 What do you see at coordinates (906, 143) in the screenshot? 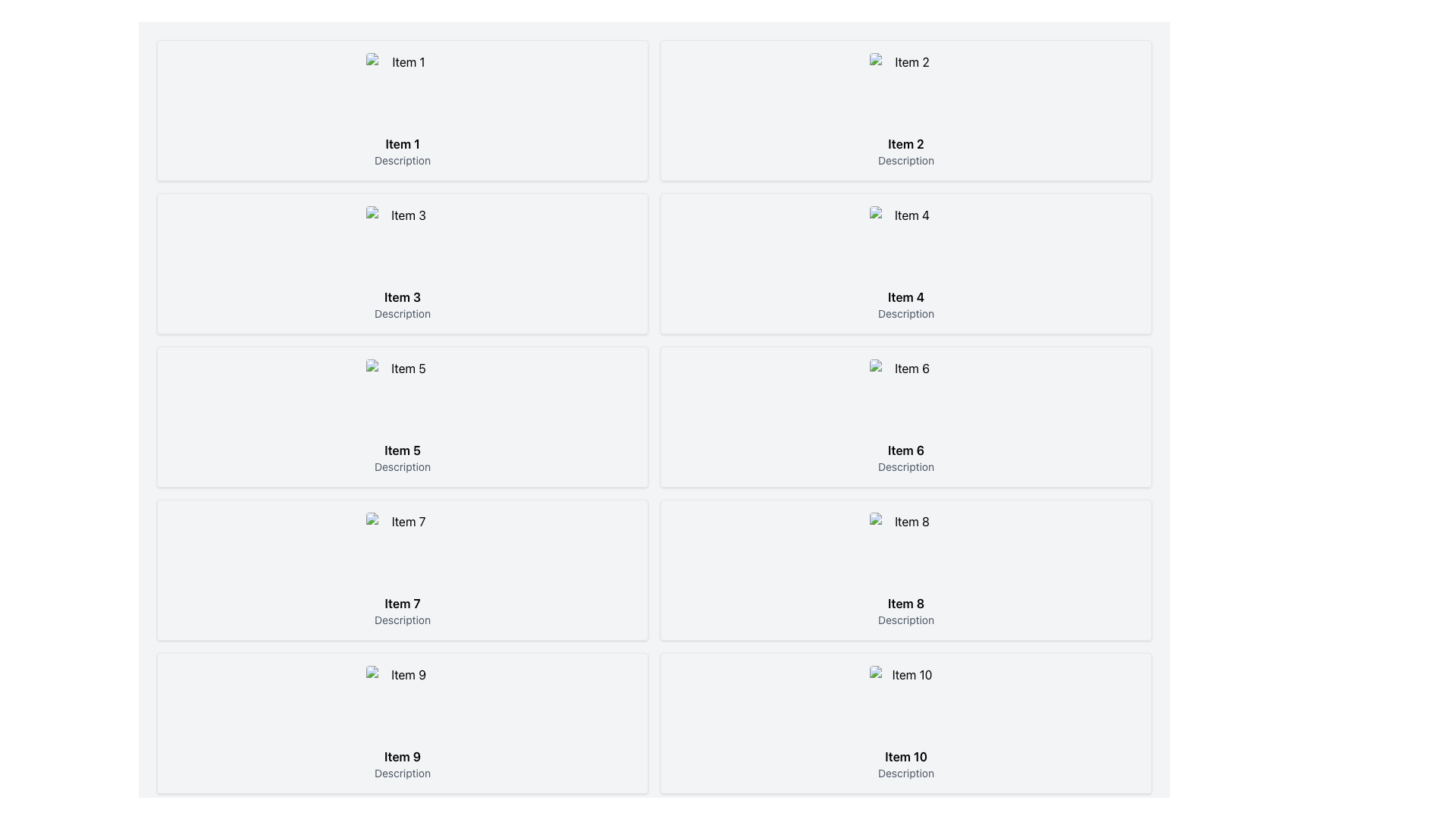
I see `the text label displaying 'Item 2' in bold font, which is positioned under an image and above the description text, to potentially trigger visual feedback` at bounding box center [906, 143].